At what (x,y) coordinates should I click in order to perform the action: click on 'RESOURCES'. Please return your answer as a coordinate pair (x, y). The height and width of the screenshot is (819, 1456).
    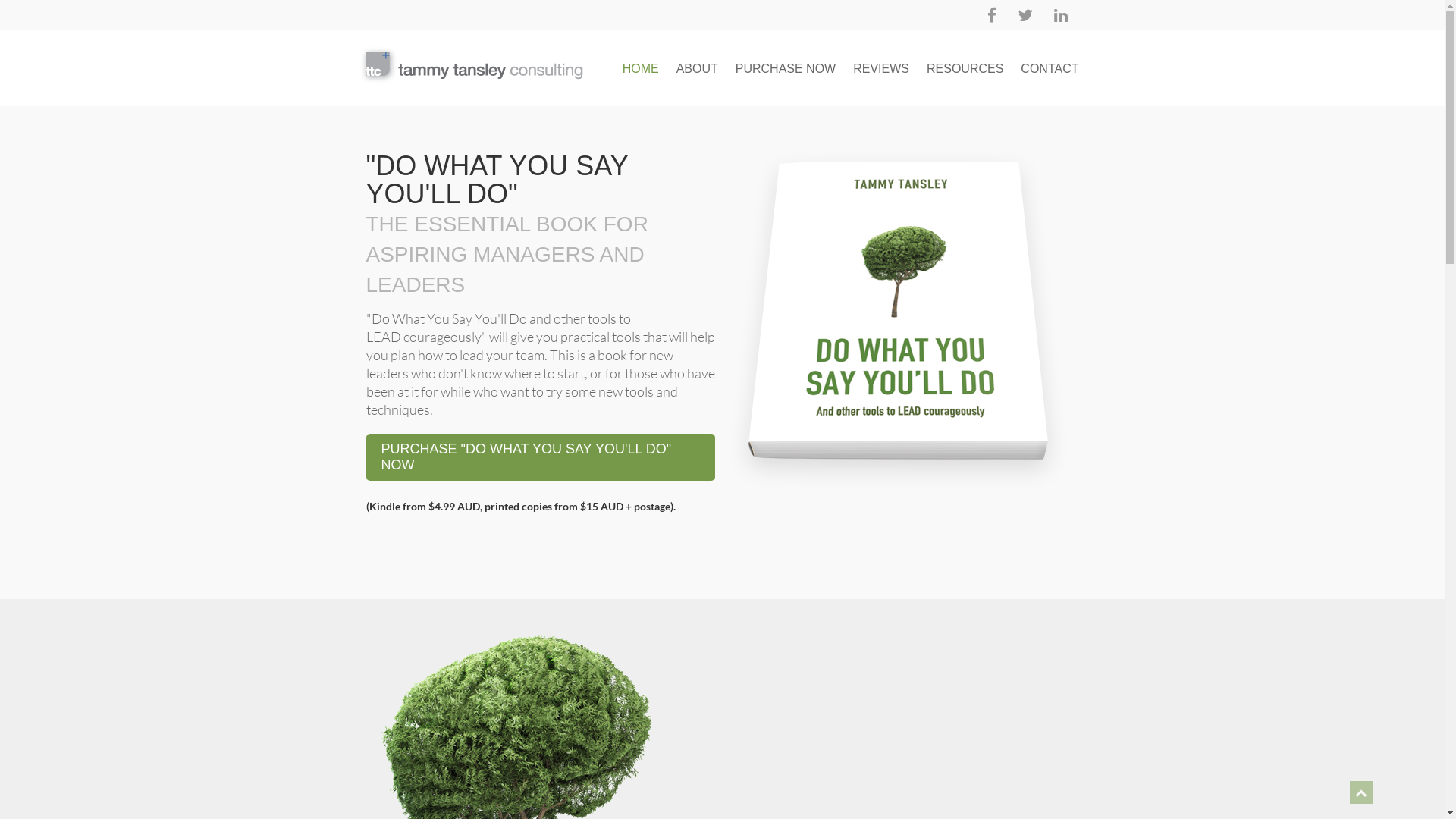
    Looking at the image, I should click on (964, 68).